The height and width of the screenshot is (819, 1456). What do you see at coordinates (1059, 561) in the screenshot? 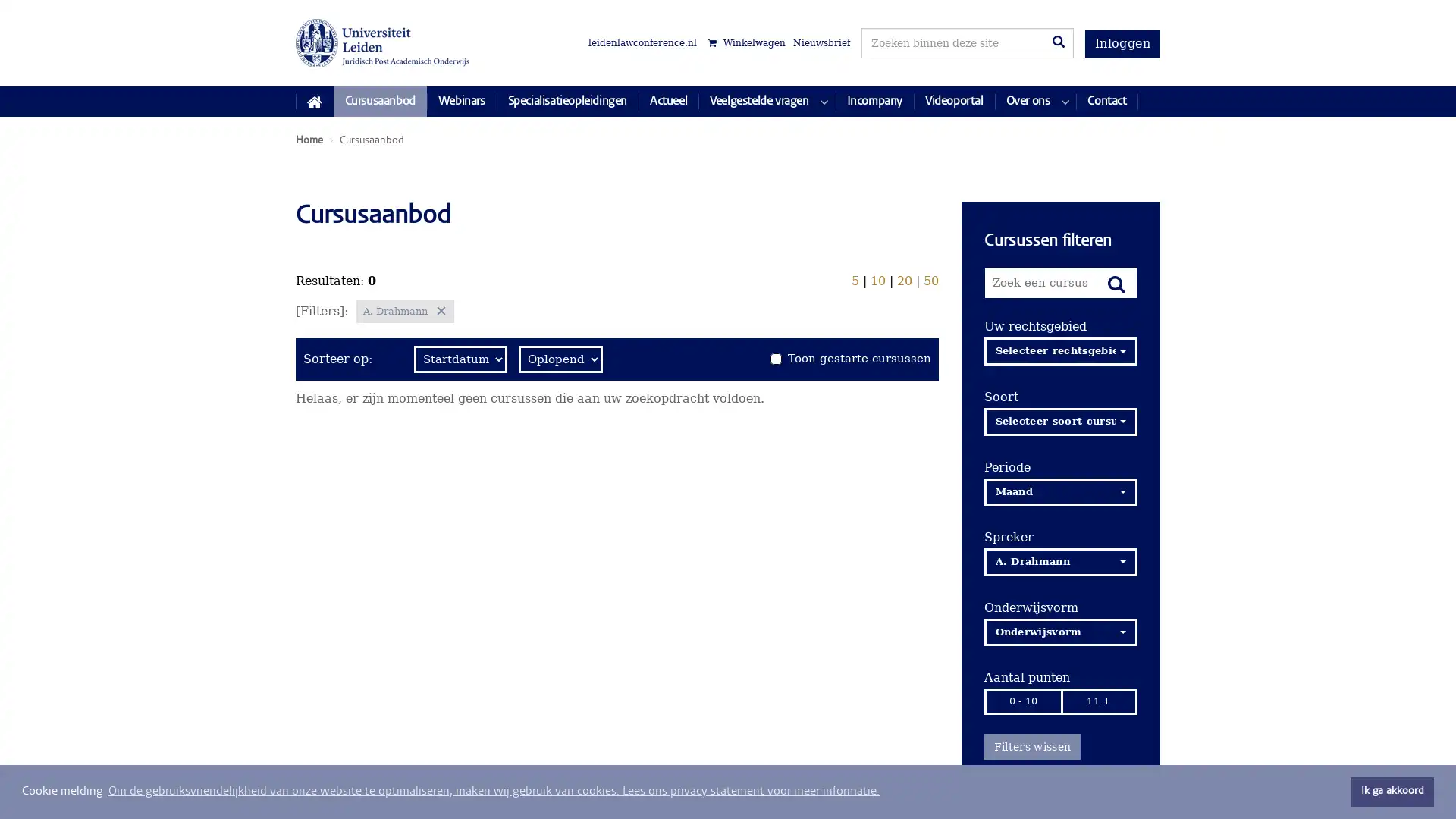
I see `A. Drahmann` at bounding box center [1059, 561].